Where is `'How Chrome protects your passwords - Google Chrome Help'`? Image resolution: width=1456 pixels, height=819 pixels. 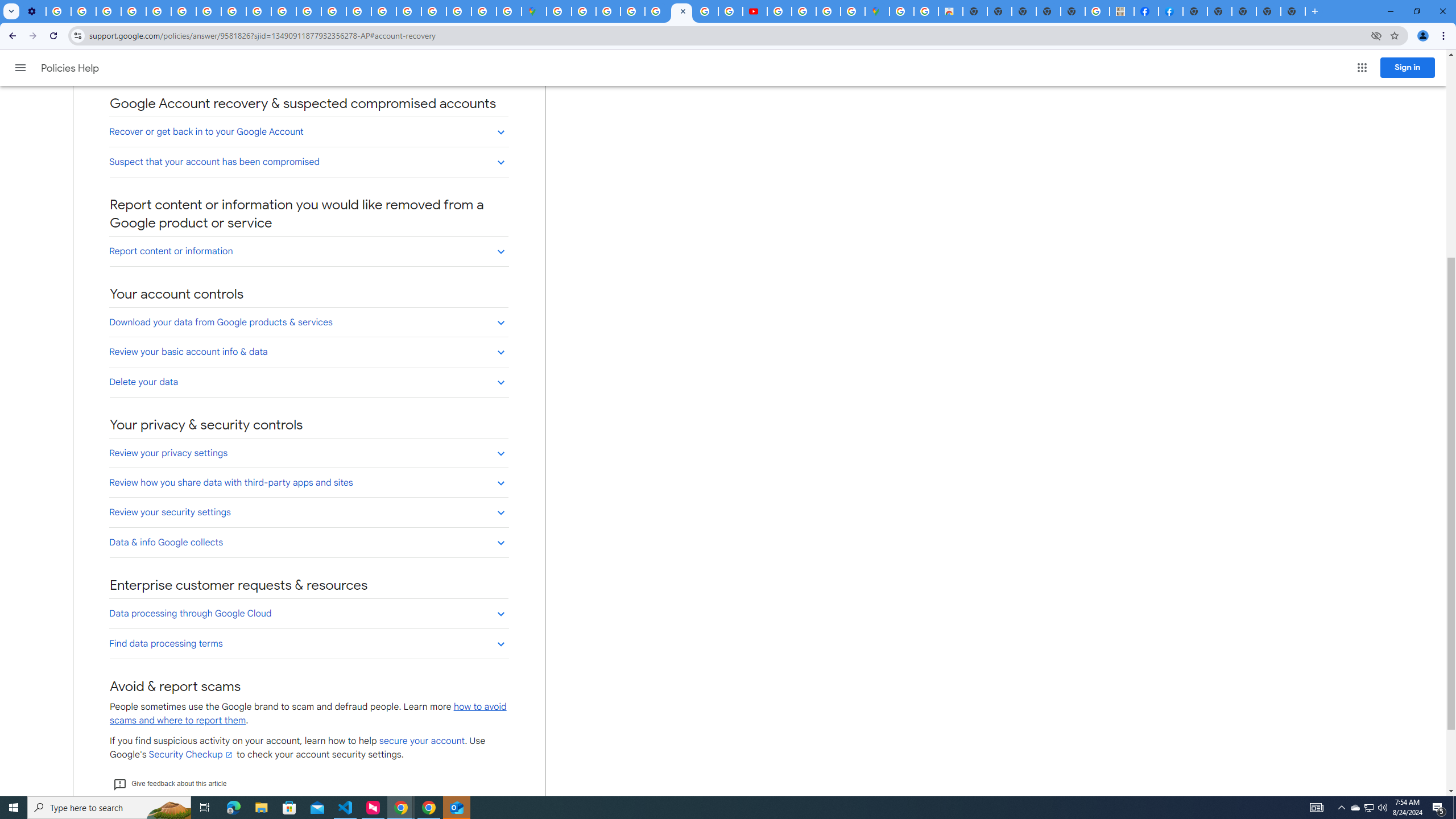 'How Chrome protects your passwords - Google Chrome Help' is located at coordinates (779, 11).